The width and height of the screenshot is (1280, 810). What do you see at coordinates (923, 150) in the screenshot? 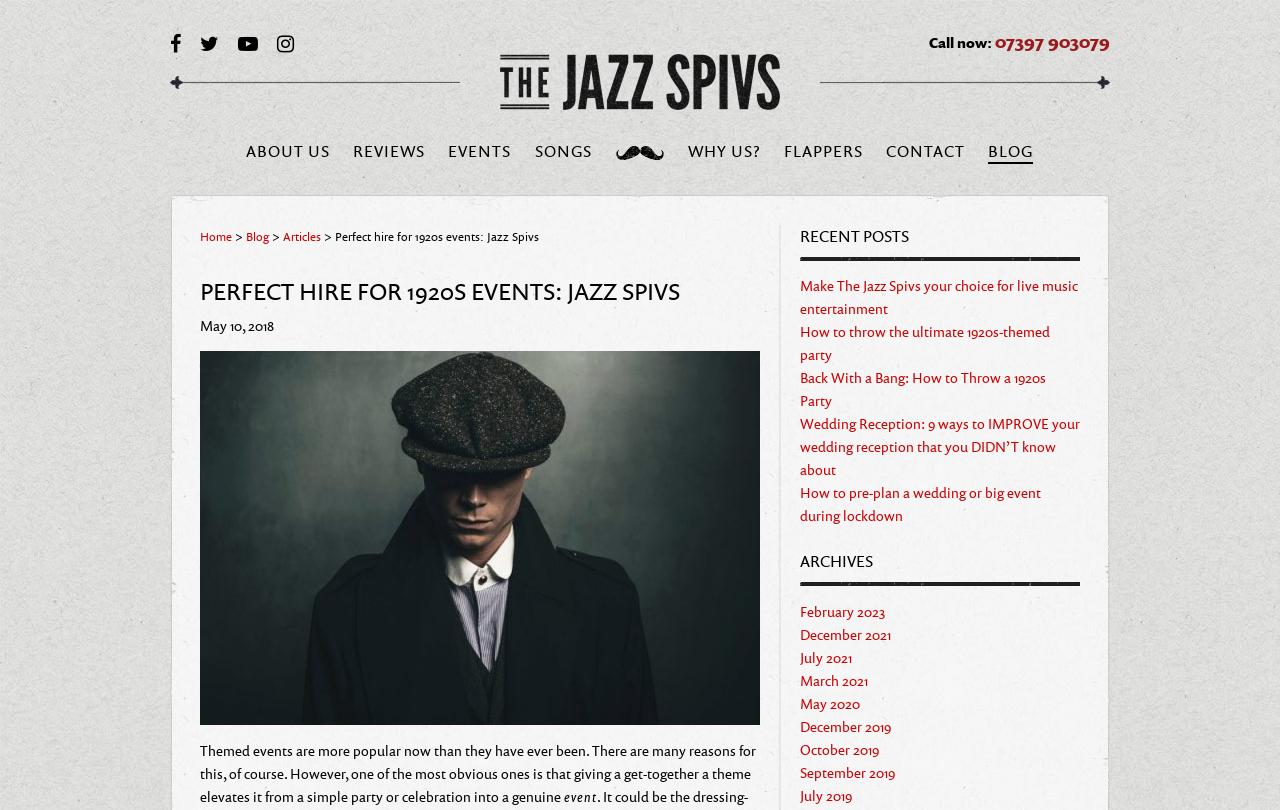
I see `'Contact'` at bounding box center [923, 150].